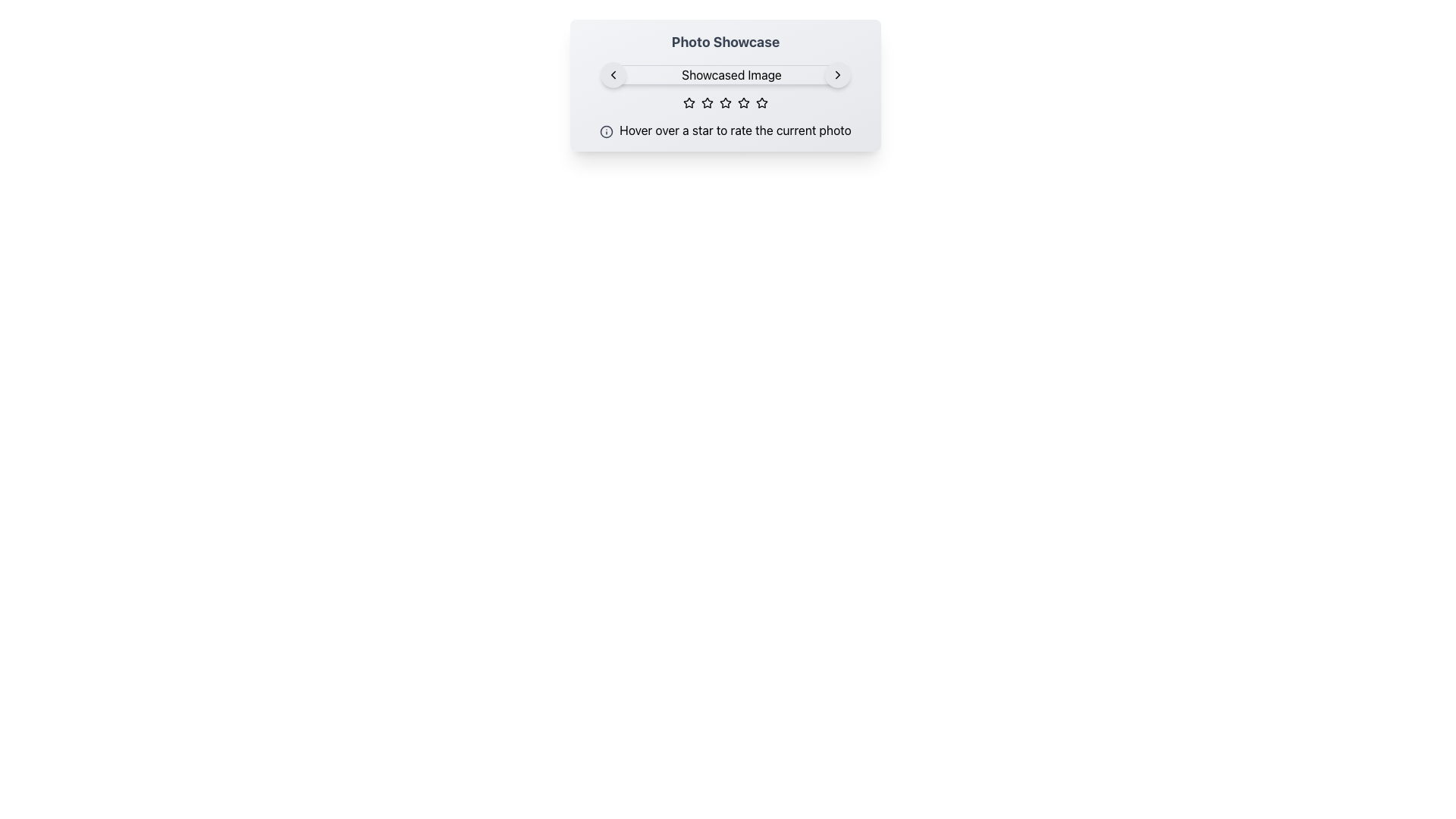 This screenshot has height=819, width=1456. What do you see at coordinates (761, 102) in the screenshot?
I see `the fifth star in the rating system` at bounding box center [761, 102].